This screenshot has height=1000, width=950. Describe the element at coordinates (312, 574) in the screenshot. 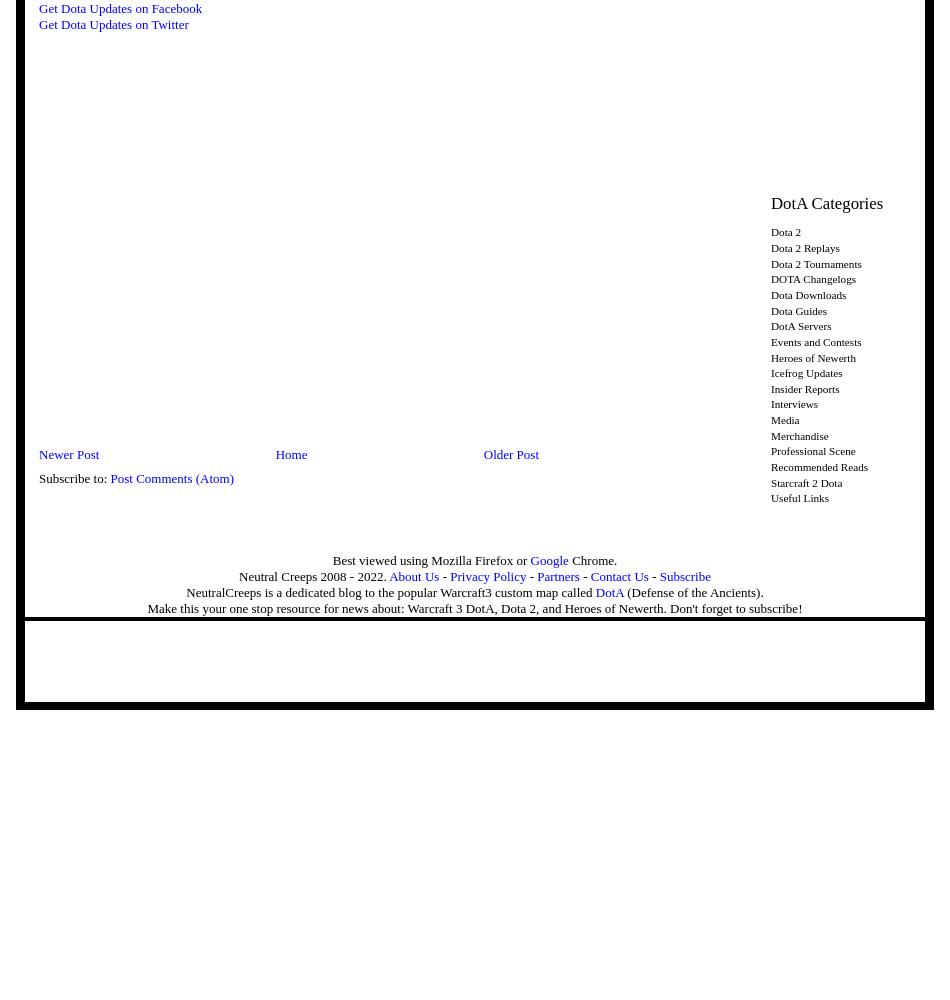

I see `'Neutral Creeps 2008 - 2022.'` at that location.